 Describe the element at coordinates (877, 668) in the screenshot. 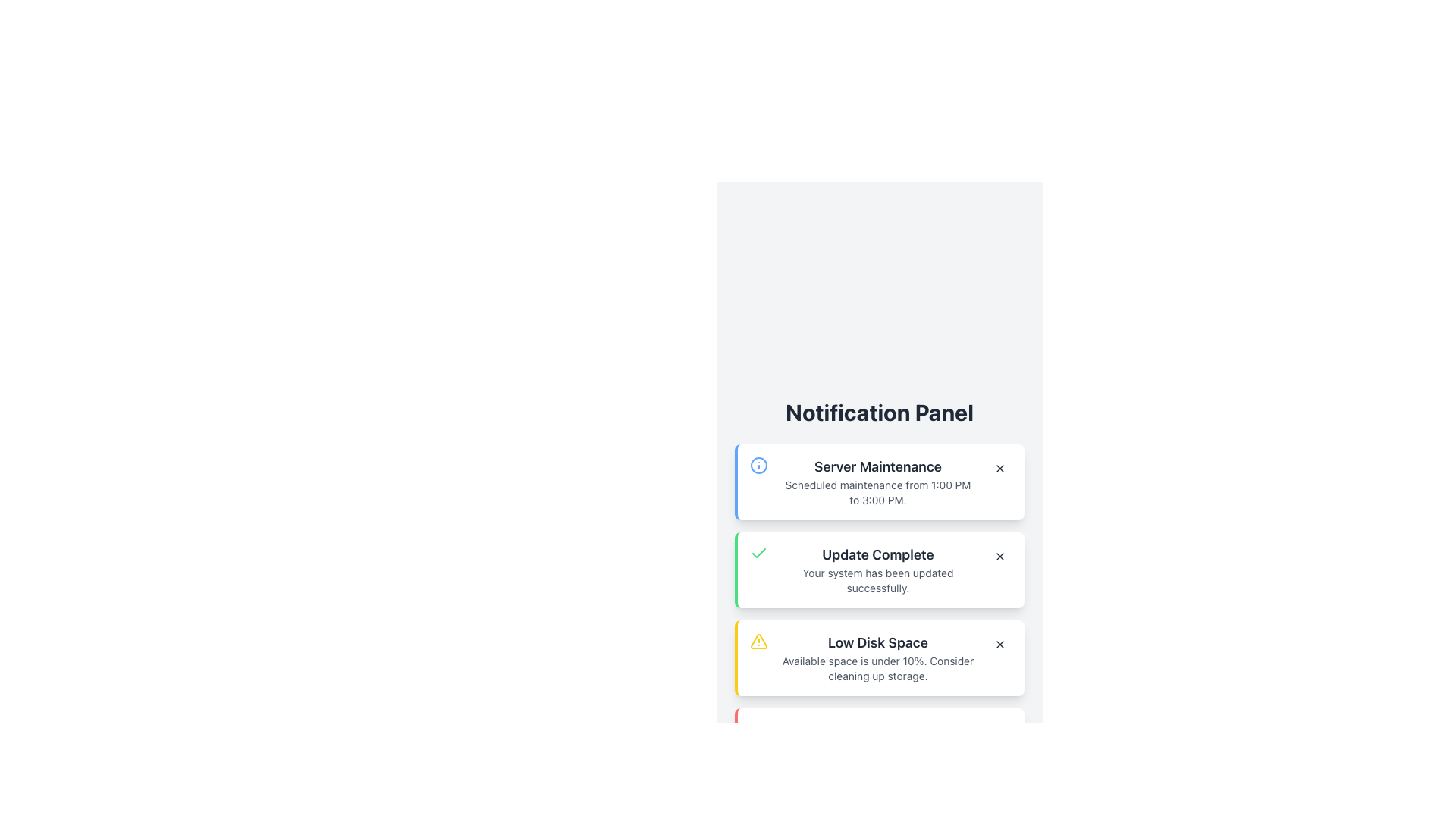

I see `the text element that reads 'Available space is under 10%. Consider cleaning up storage.' which is styled in a smaller, gray font and positioned below the title 'Low Disk Space'` at that location.